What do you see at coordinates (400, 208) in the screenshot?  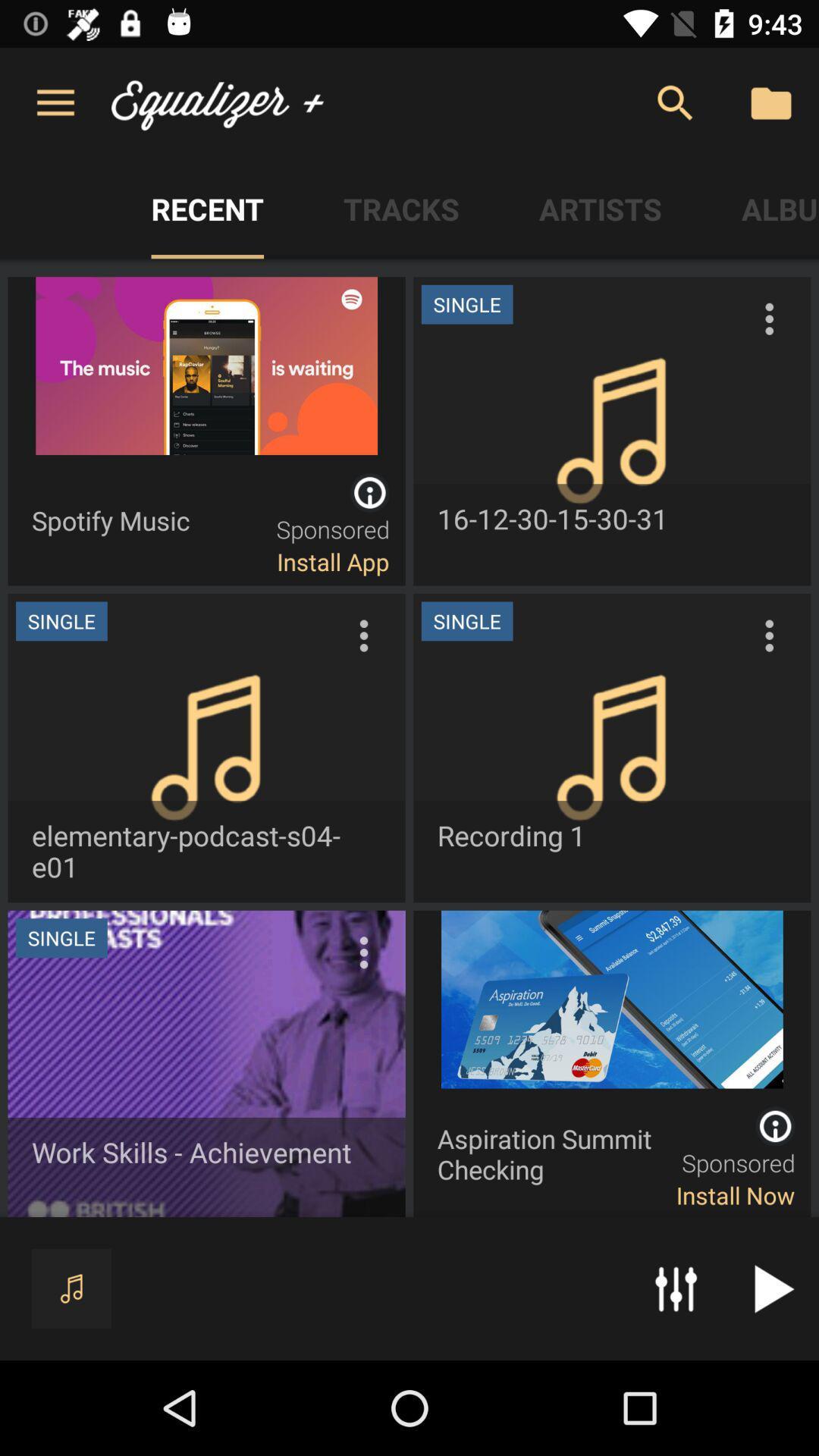 I see `the tab tracks on the web page` at bounding box center [400, 208].